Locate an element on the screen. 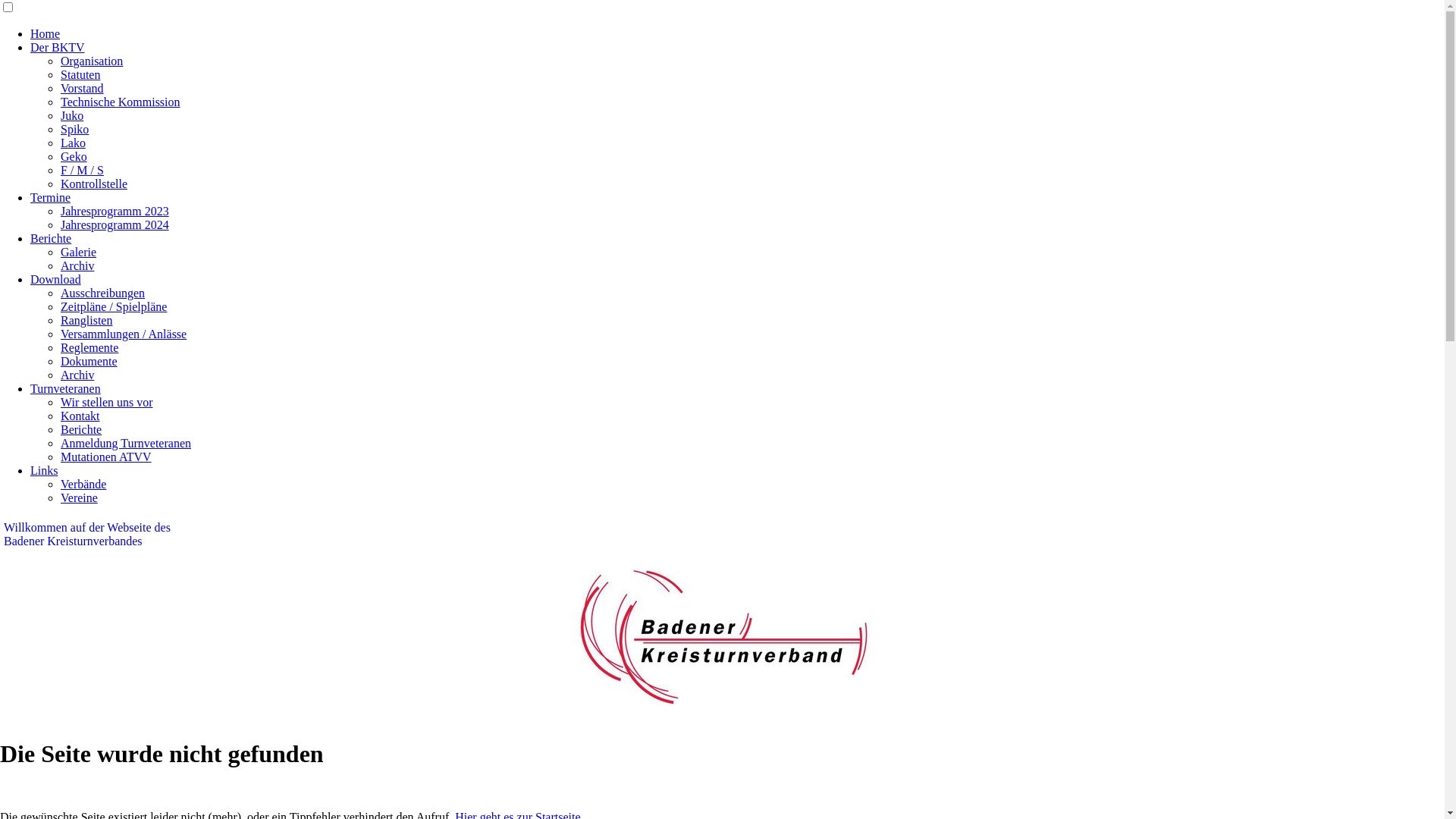 The height and width of the screenshot is (819, 1456). 'Lako' is located at coordinates (72, 143).